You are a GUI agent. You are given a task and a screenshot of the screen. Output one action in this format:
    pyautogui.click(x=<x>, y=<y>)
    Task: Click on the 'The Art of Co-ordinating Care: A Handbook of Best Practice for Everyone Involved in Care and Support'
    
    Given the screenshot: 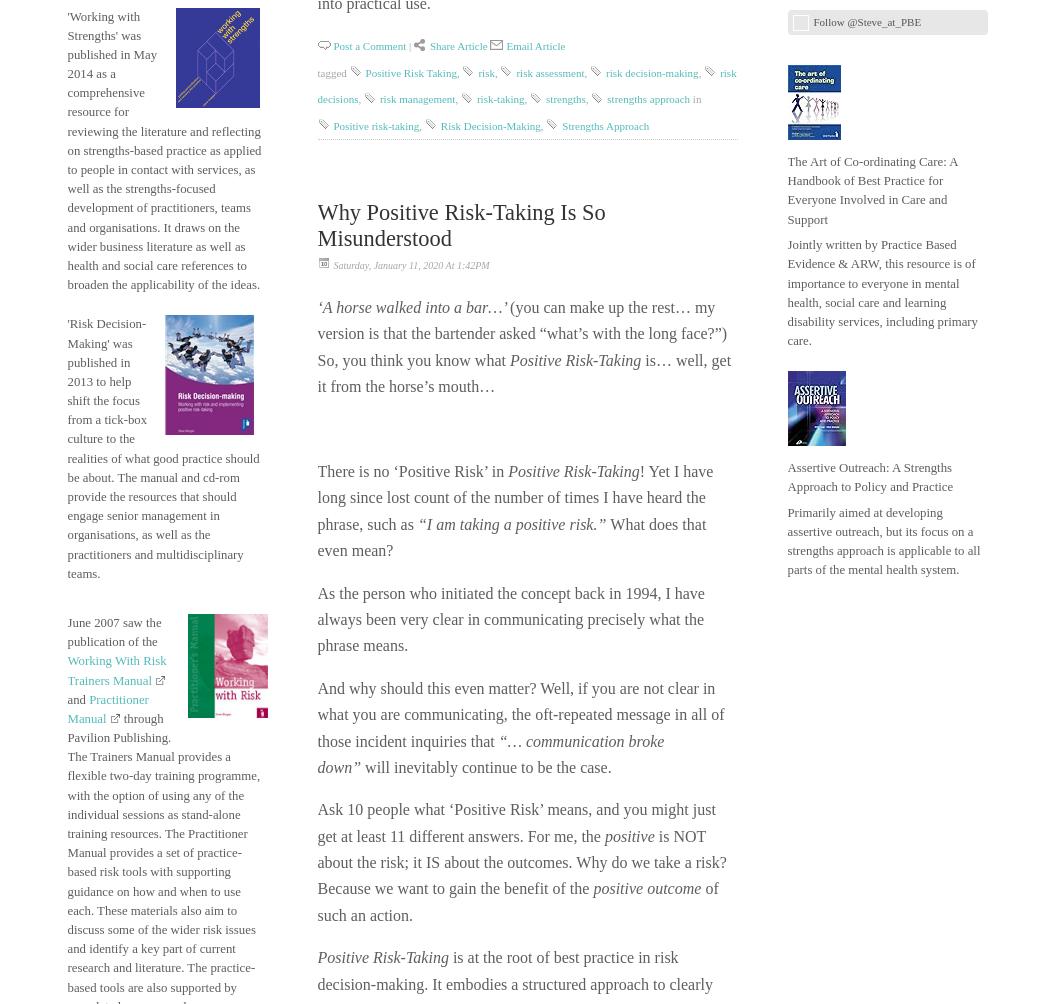 What is the action you would take?
    pyautogui.click(x=871, y=189)
    